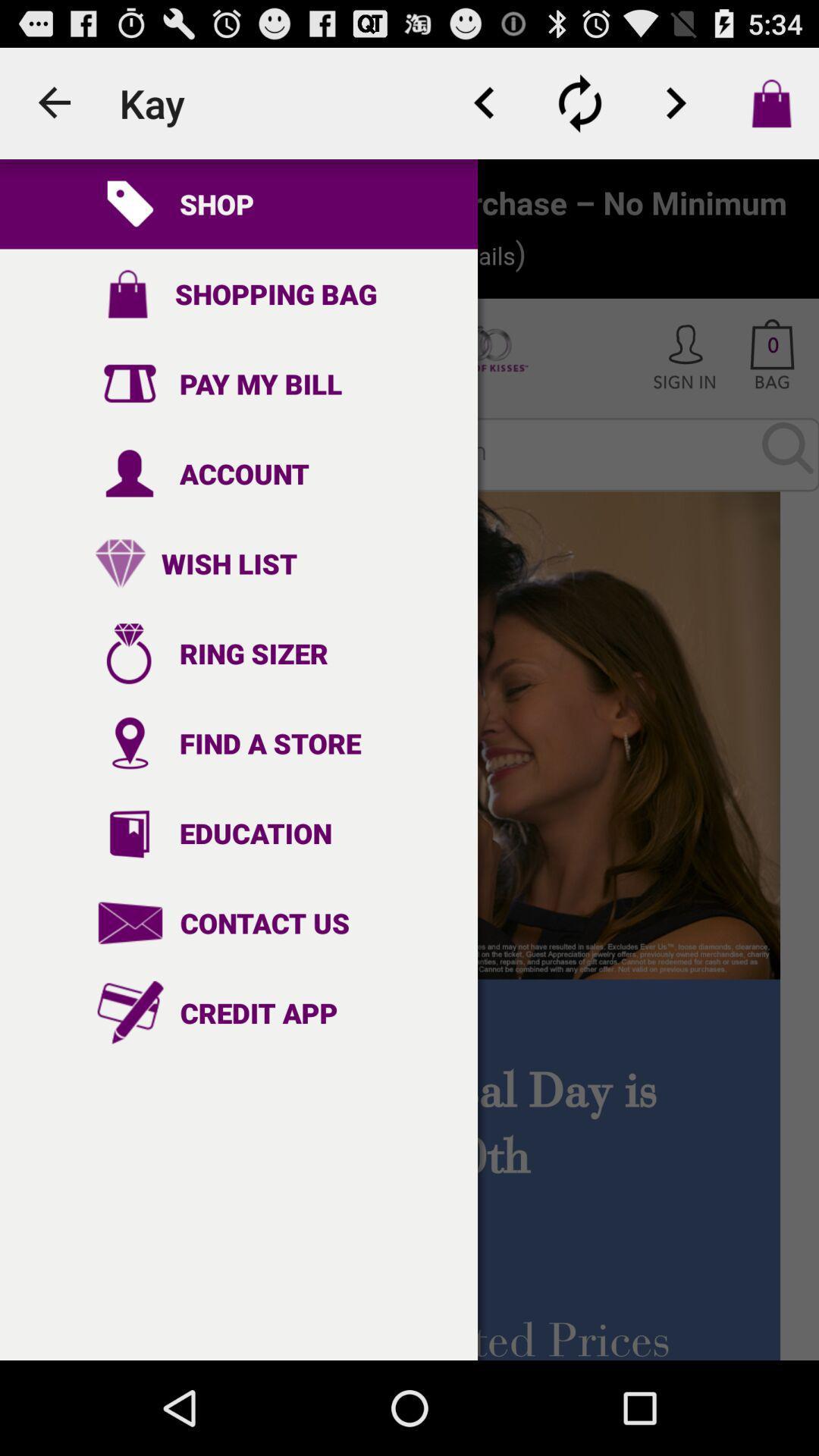 The width and height of the screenshot is (819, 1456). What do you see at coordinates (579, 102) in the screenshot?
I see `refrech` at bounding box center [579, 102].